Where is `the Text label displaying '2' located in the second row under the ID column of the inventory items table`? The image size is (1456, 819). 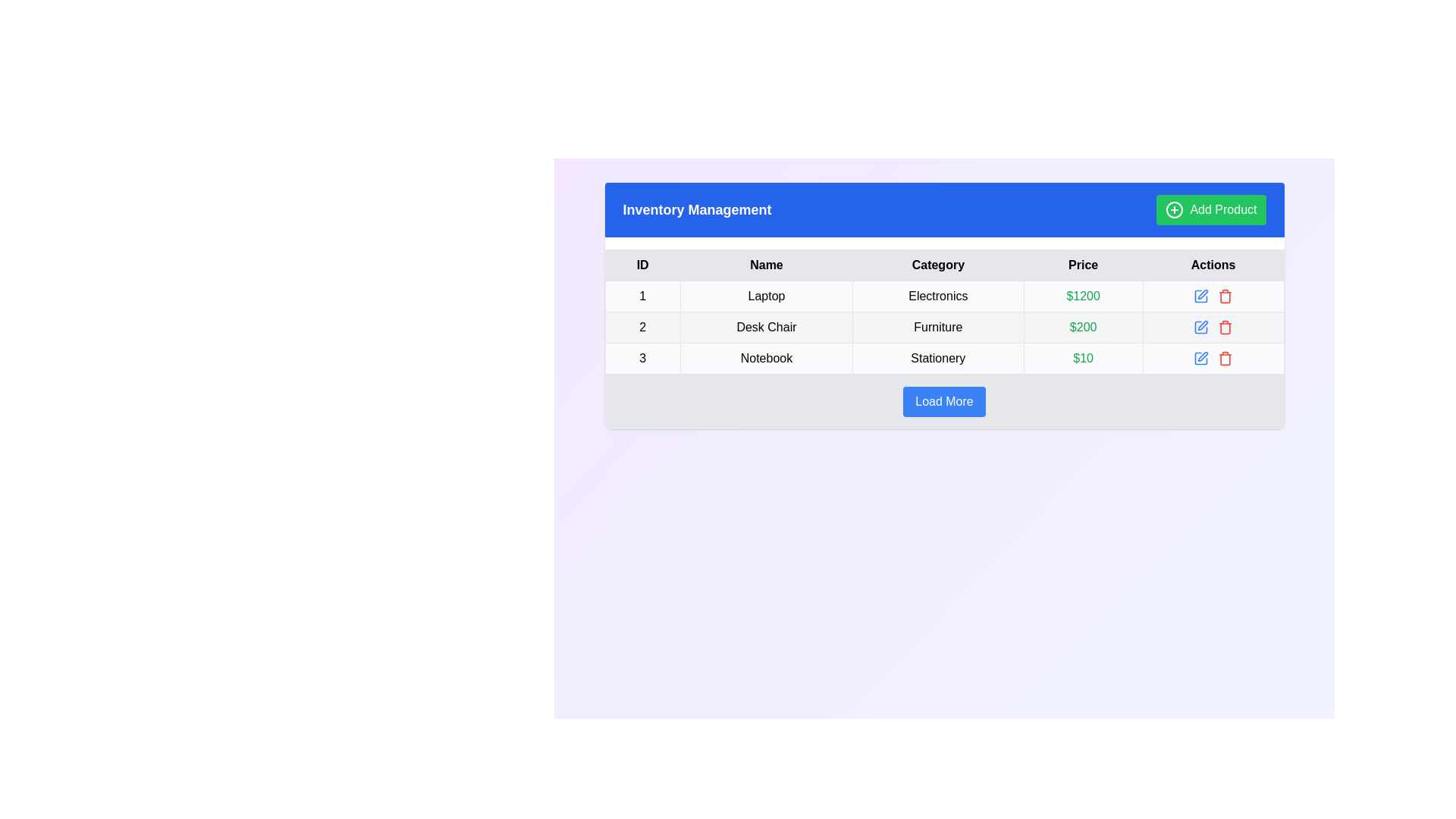
the Text label displaying '2' located in the second row under the ID column of the inventory items table is located at coordinates (642, 327).